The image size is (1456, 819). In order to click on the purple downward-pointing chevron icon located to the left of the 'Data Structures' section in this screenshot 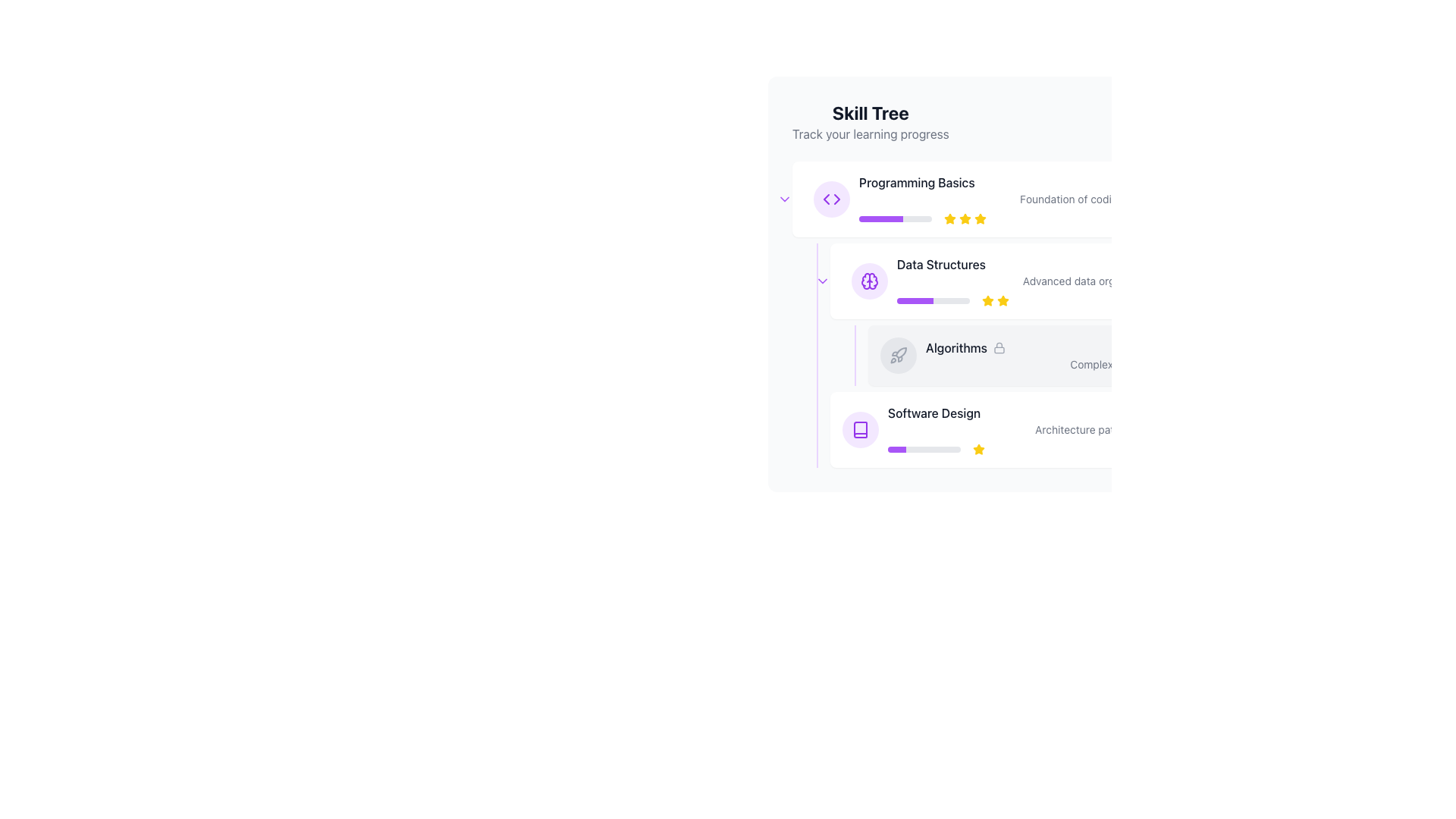, I will do `click(821, 281)`.